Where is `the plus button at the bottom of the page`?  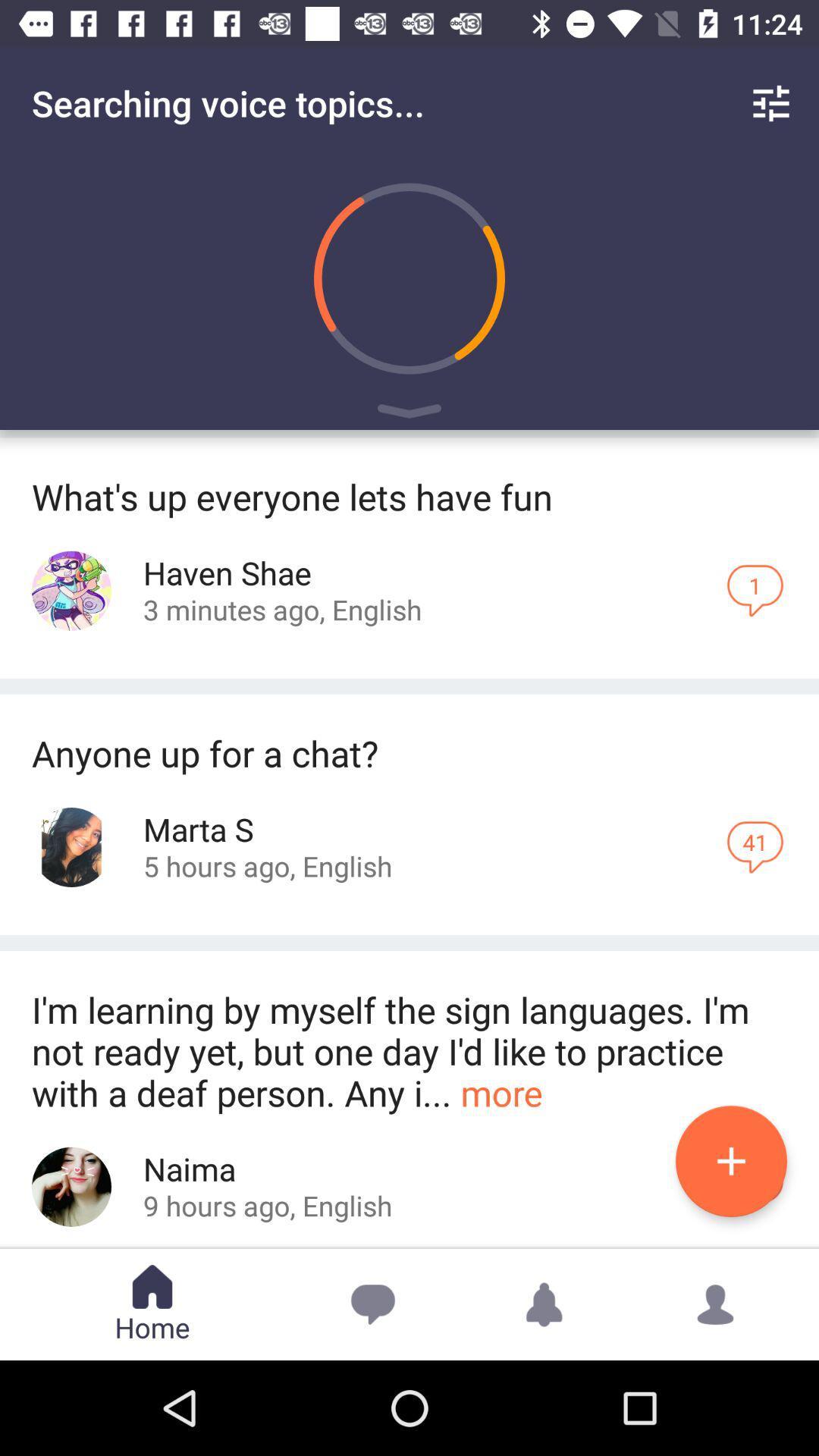
the plus button at the bottom of the page is located at coordinates (730, 1160).